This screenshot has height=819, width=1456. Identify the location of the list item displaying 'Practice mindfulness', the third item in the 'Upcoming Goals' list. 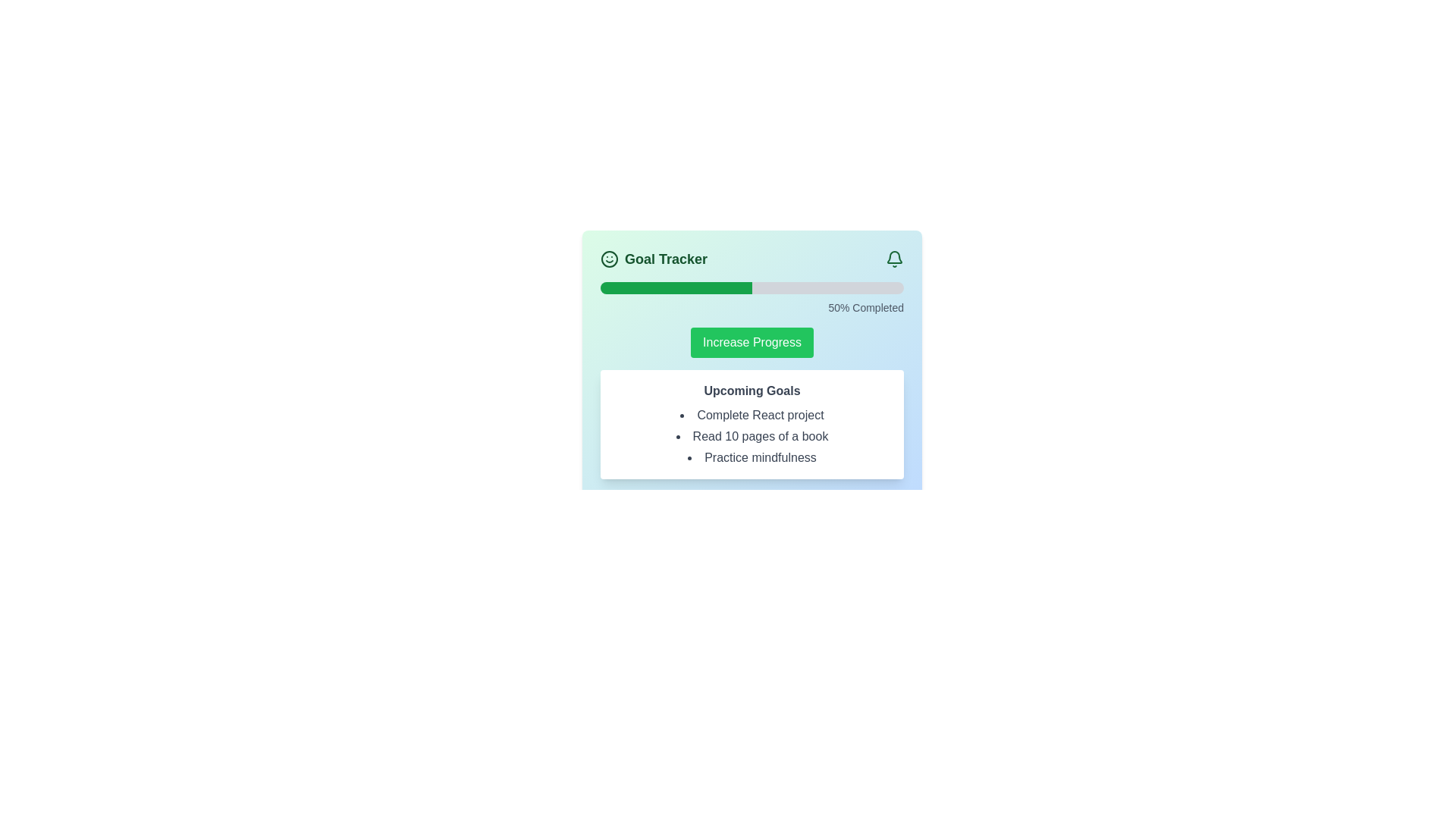
(752, 457).